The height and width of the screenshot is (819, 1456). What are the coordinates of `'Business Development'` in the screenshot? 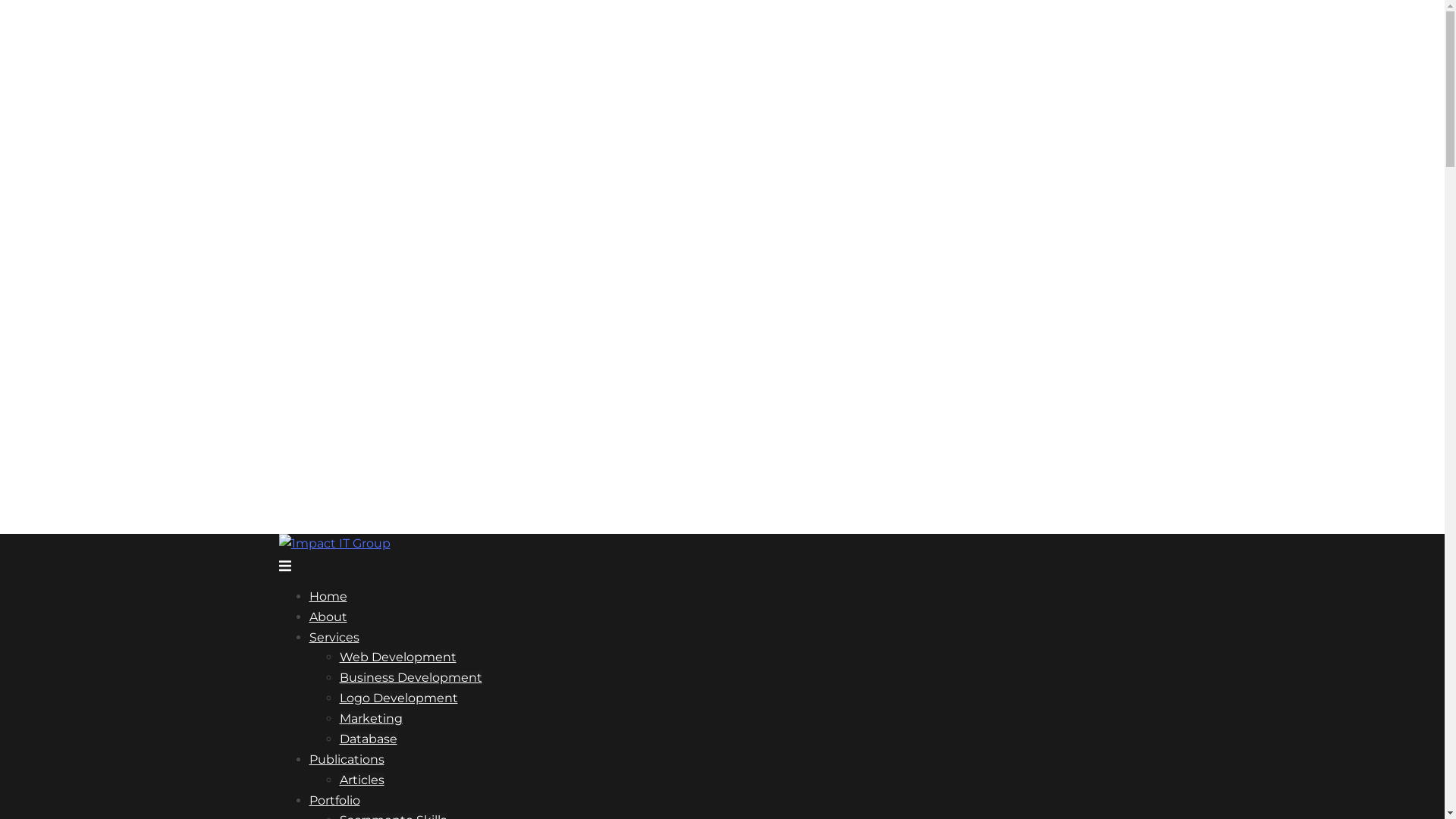 It's located at (411, 676).